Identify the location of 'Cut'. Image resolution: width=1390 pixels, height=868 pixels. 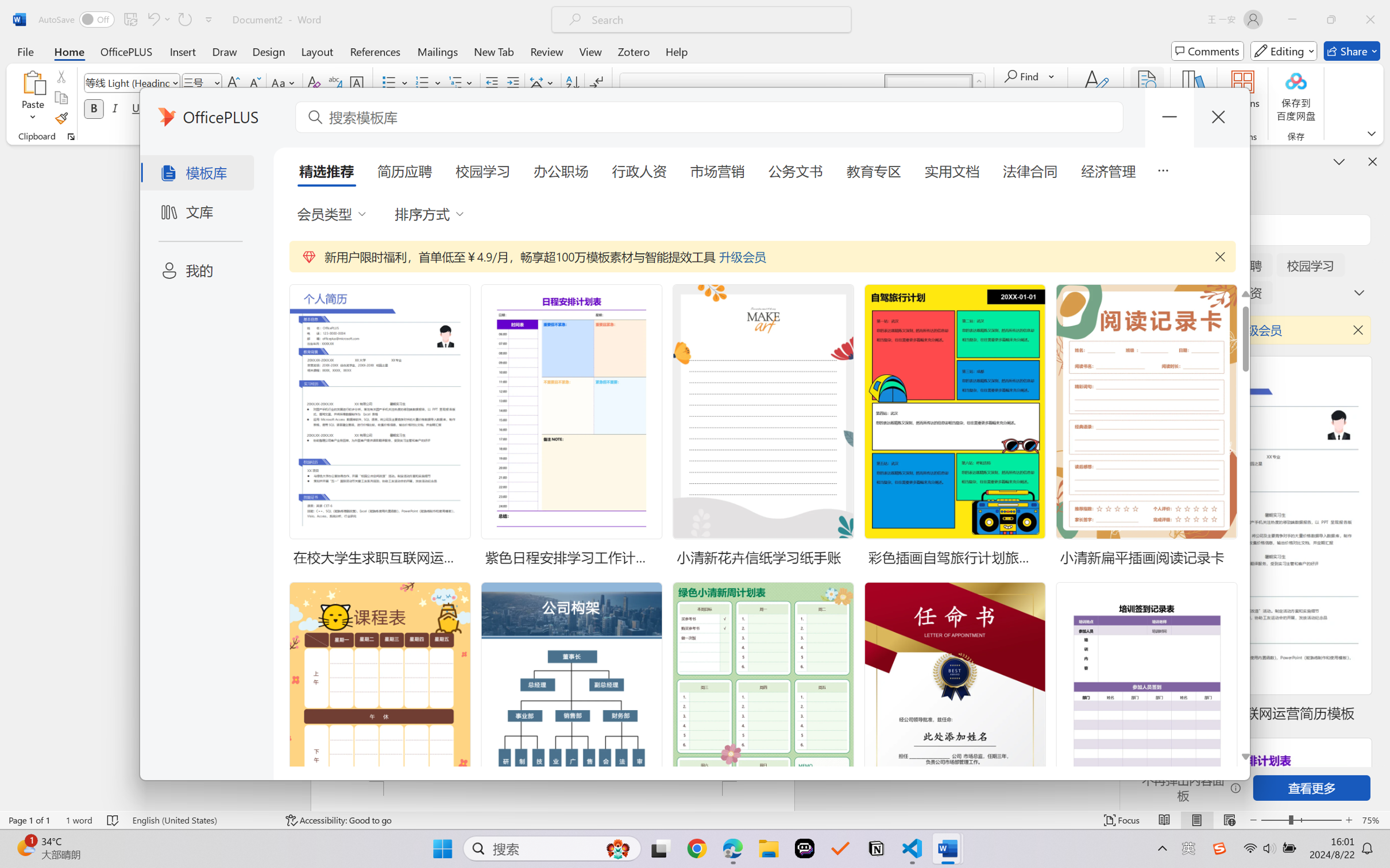
(60, 75).